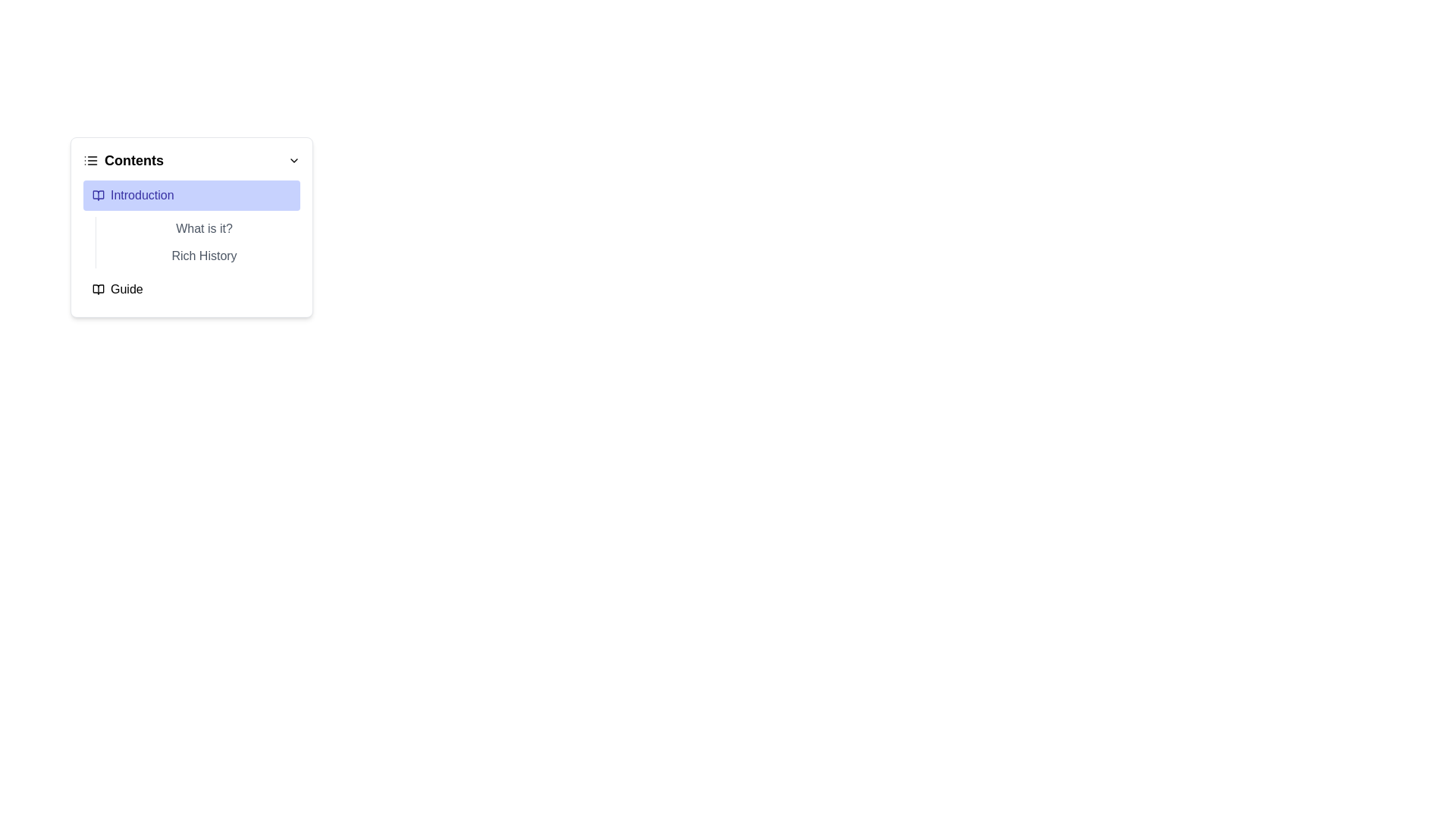 The image size is (1456, 819). What do you see at coordinates (97, 195) in the screenshot?
I see `the presence of the small open book icon located in the navigation menu labeled 'Contents', positioned to the left of the text 'Introduction'` at bounding box center [97, 195].